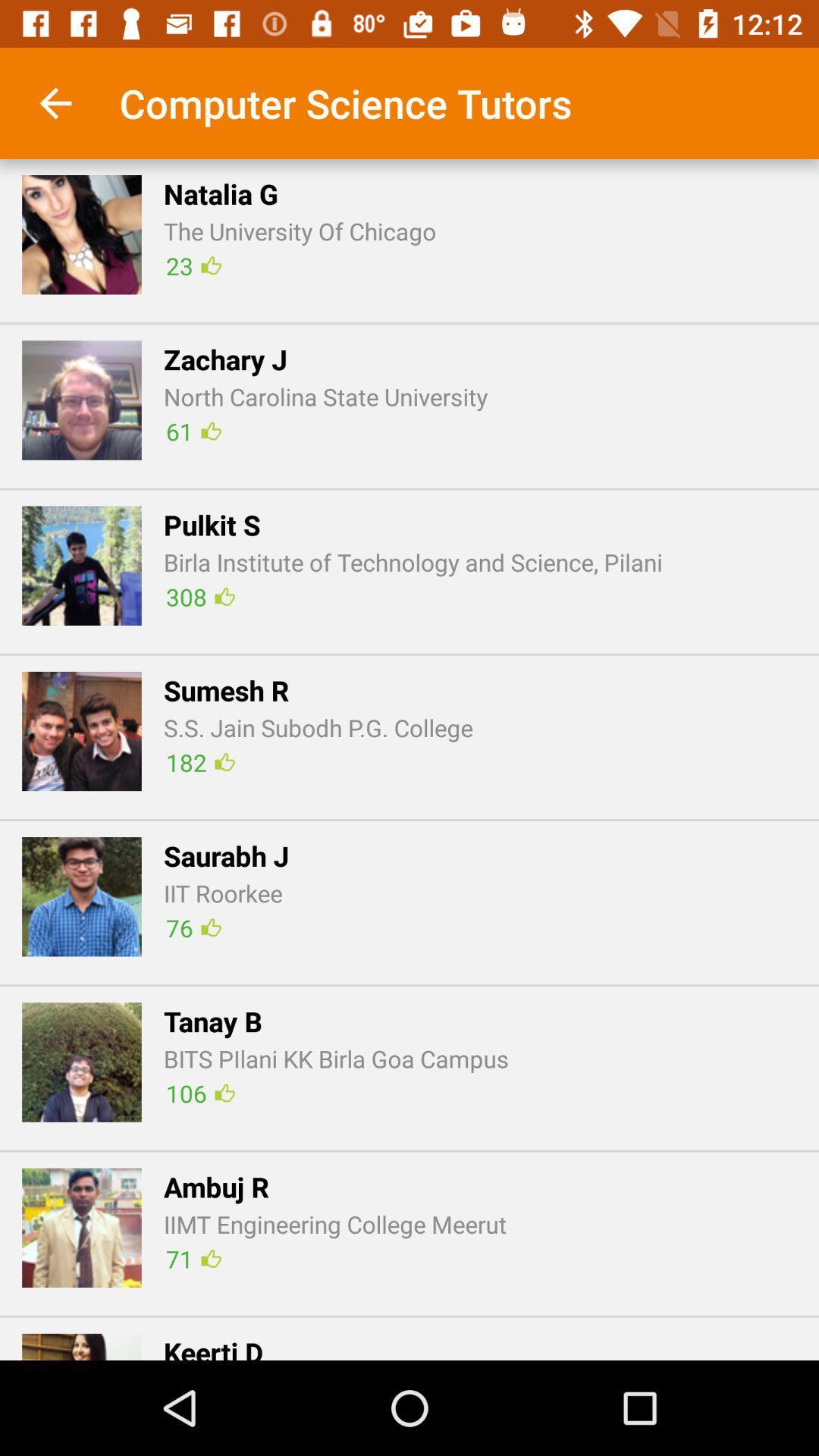  What do you see at coordinates (193, 265) in the screenshot?
I see `23` at bounding box center [193, 265].